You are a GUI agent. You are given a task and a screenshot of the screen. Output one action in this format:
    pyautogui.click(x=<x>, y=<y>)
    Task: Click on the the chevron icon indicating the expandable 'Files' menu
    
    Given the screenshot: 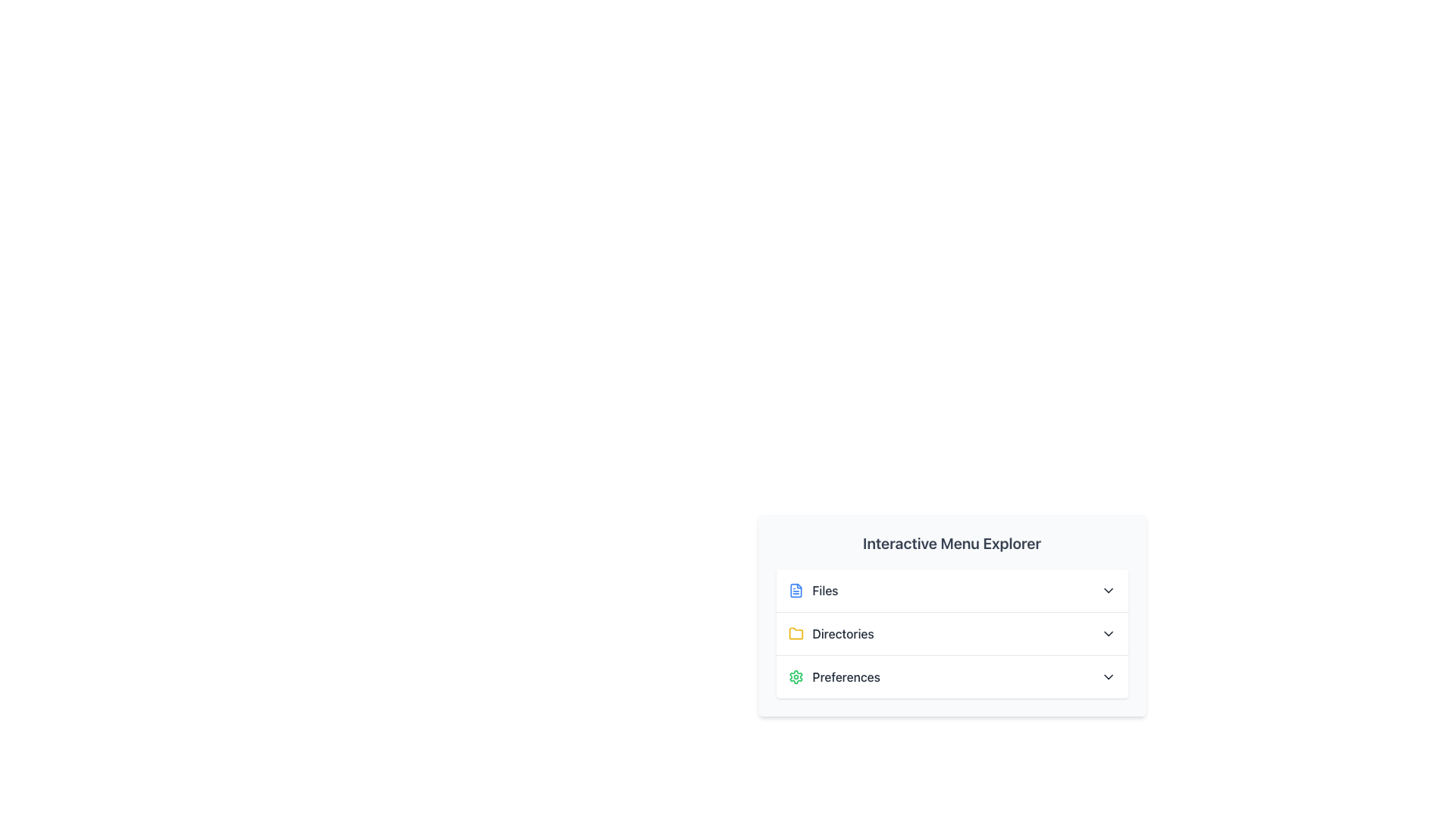 What is the action you would take?
    pyautogui.click(x=1108, y=590)
    